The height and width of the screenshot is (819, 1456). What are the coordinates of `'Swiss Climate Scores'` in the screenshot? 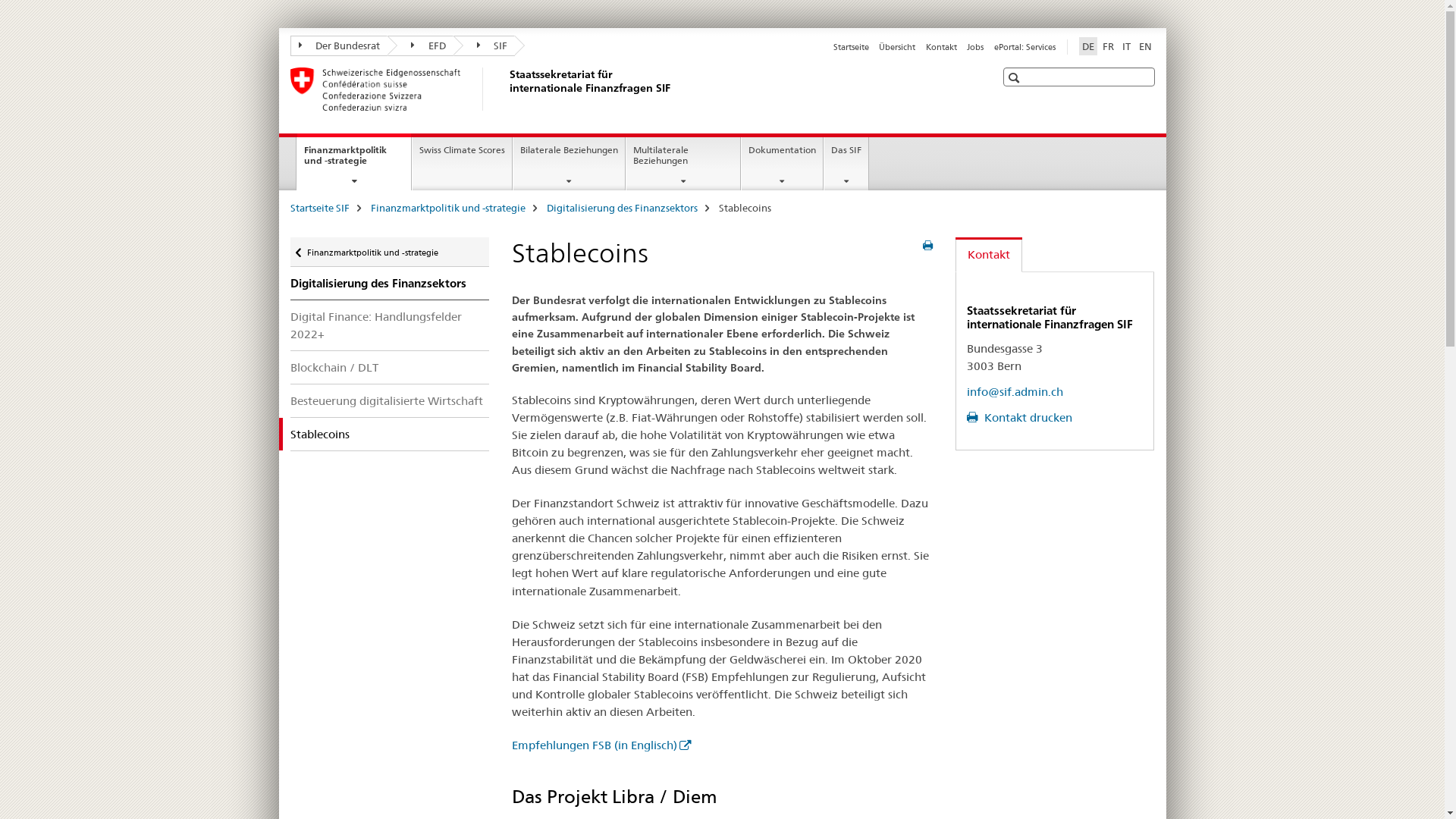 It's located at (461, 164).